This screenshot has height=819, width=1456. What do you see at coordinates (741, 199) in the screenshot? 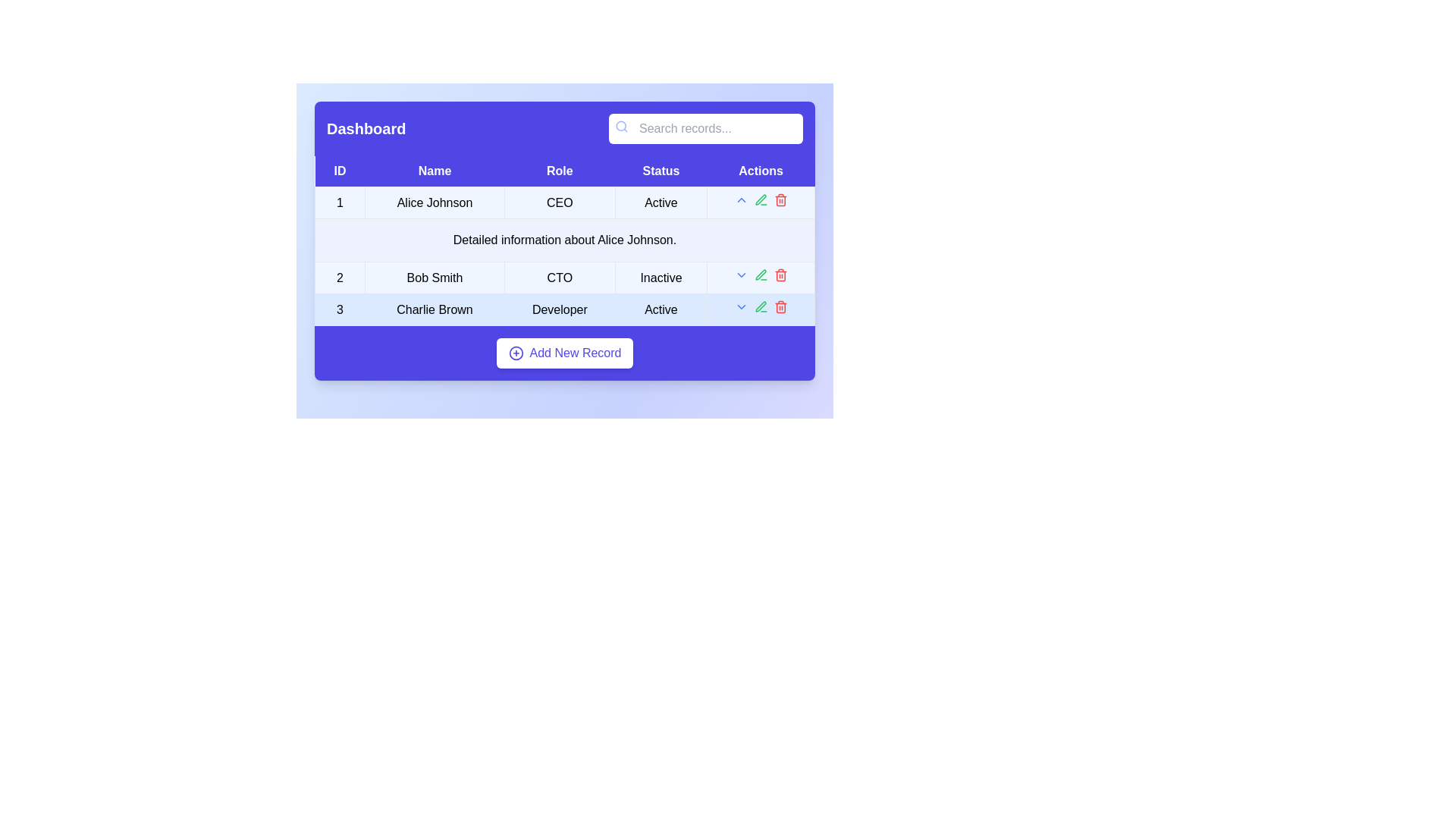
I see `the upward-pointing chevron icon styled with a blue color scheme located in the 'Actions' column of the first row of the table` at bounding box center [741, 199].